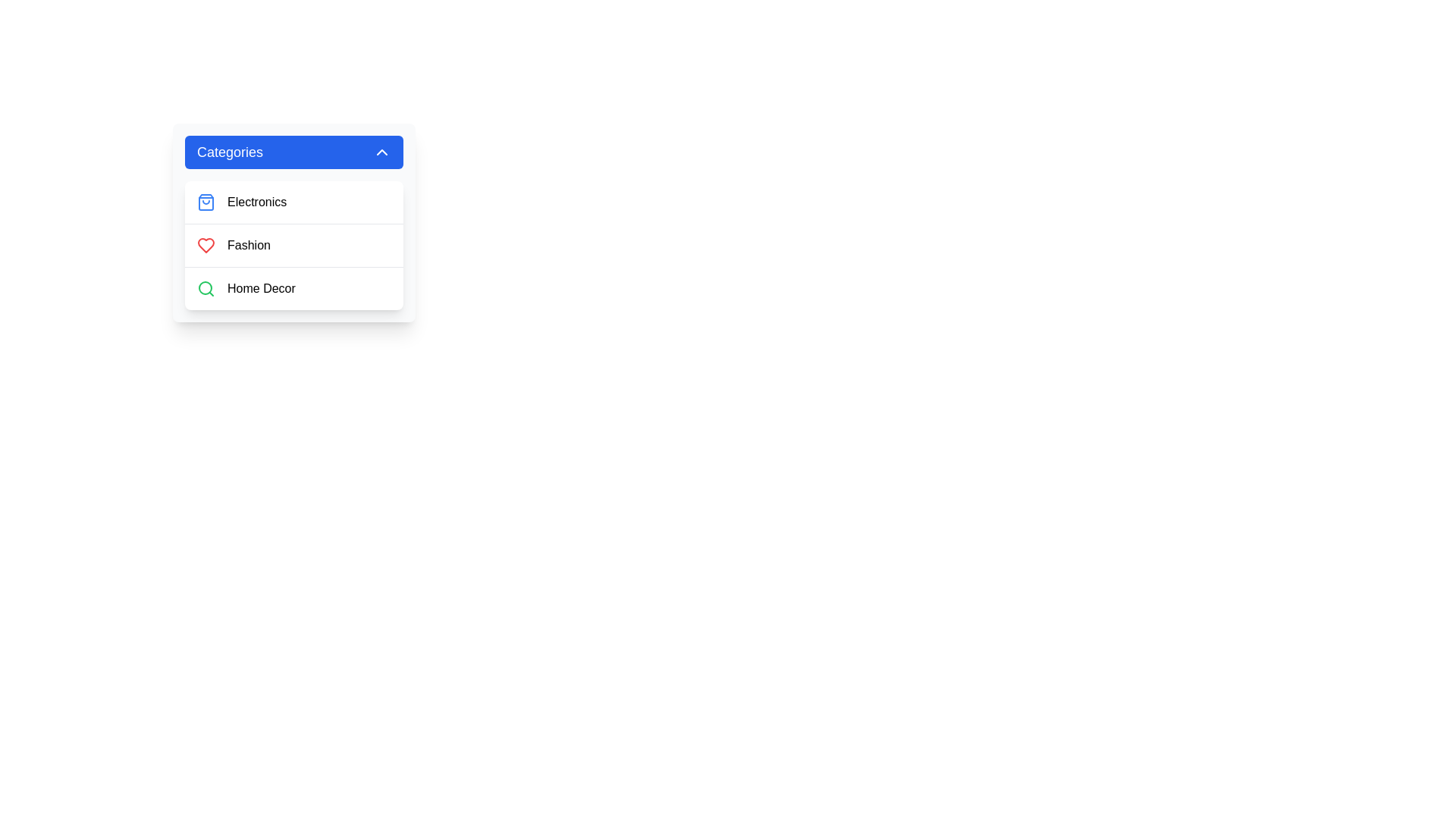  I want to click on the 'Electronics' label, which is styled with a medium weight font and is located under the 'Categories' header, so click(257, 201).